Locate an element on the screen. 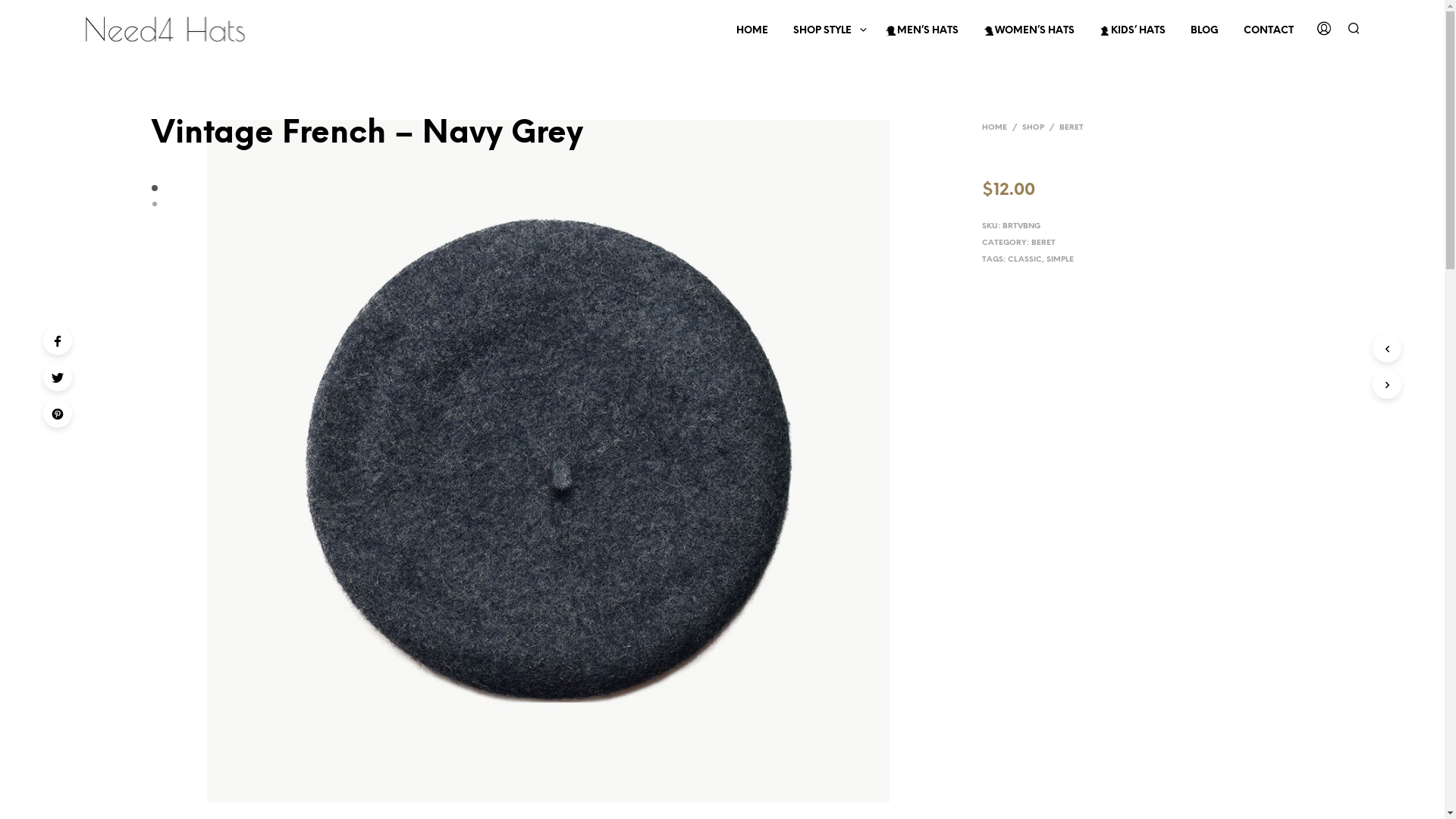  'Facebook' is located at coordinates (58, 339).